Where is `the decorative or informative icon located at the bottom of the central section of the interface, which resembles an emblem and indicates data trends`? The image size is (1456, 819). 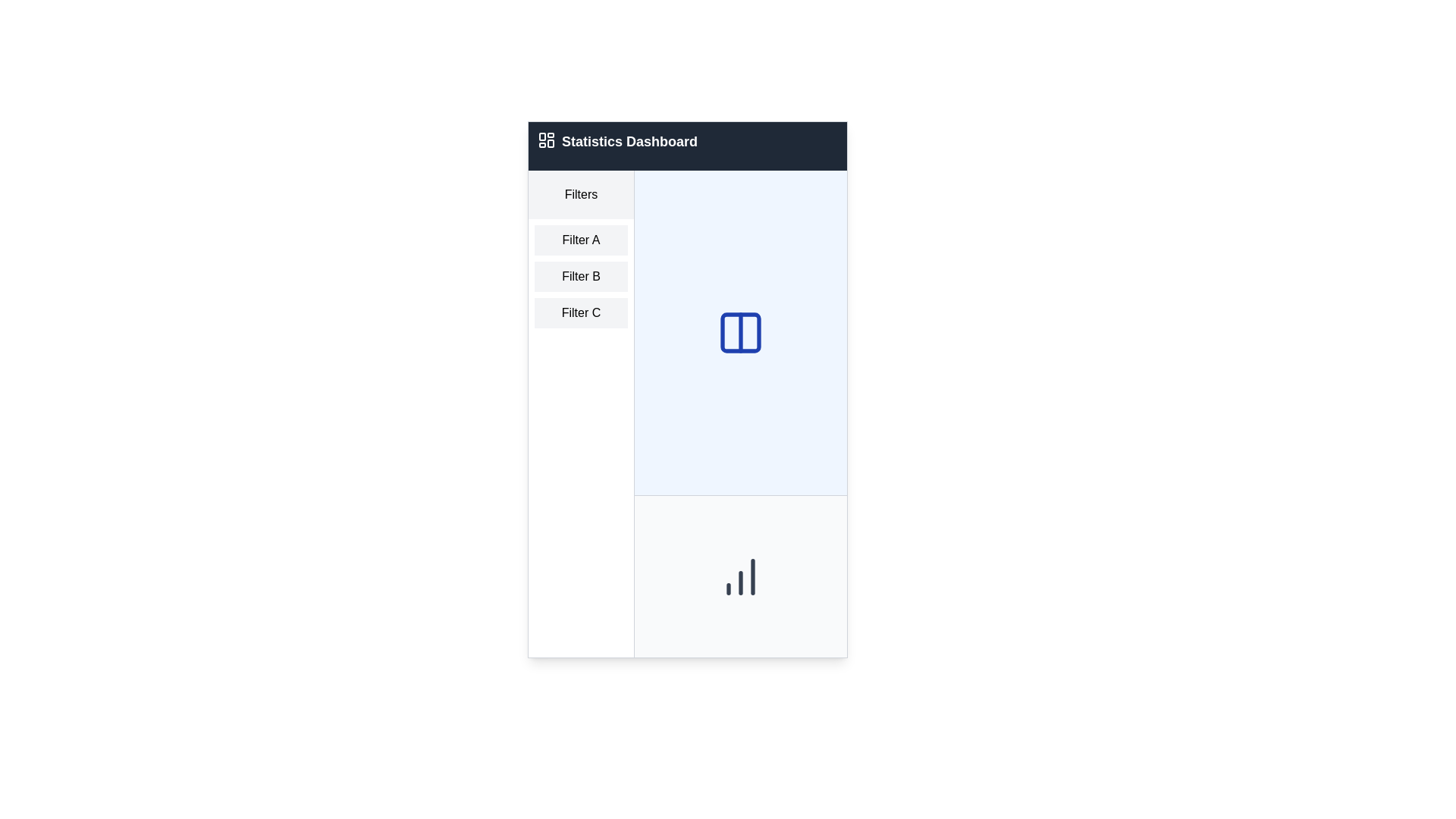 the decorative or informative icon located at the bottom of the central section of the interface, which resembles an emblem and indicates data trends is located at coordinates (740, 576).